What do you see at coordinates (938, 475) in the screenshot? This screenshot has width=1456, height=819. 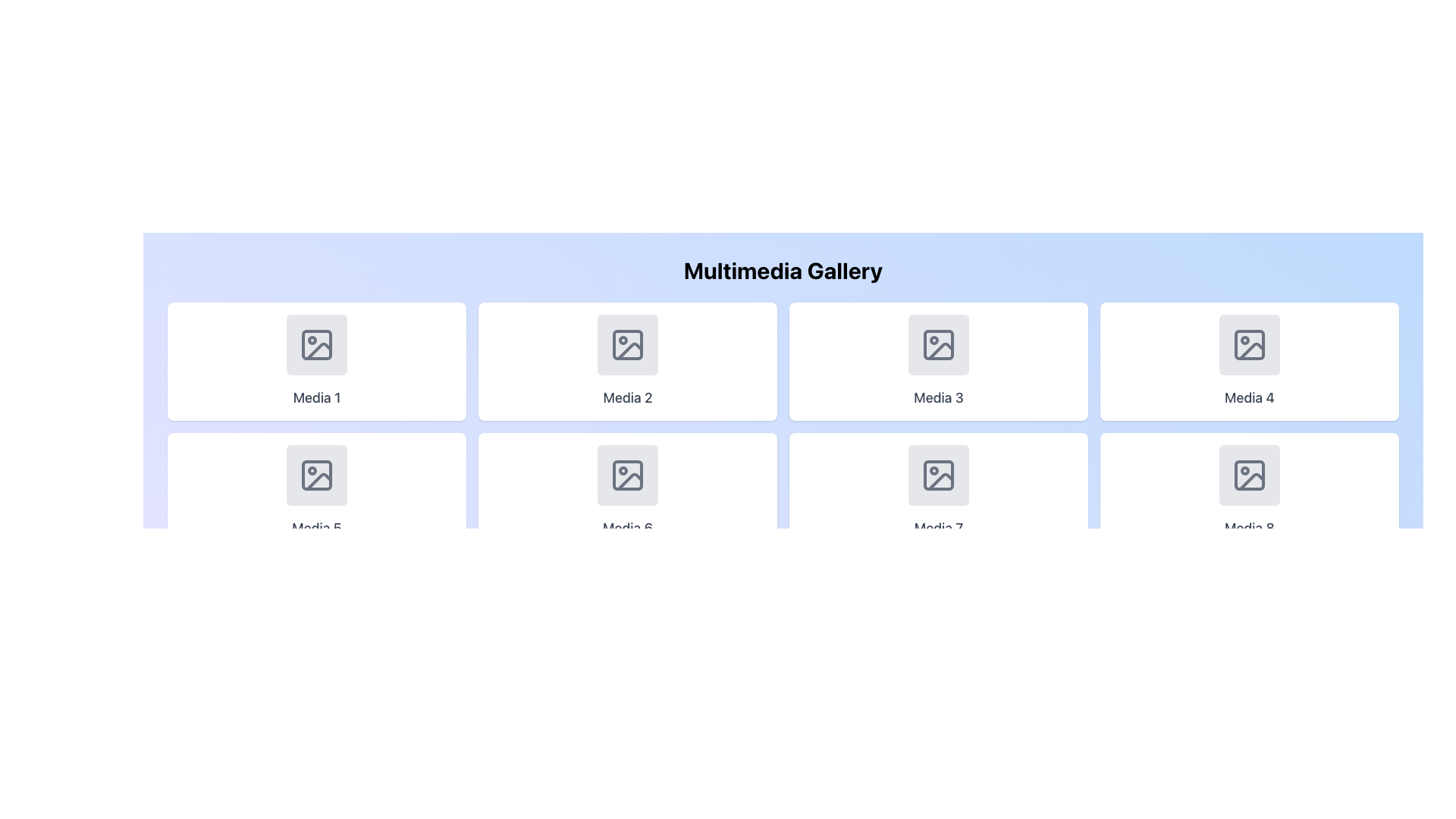 I see `the gray square with rounded corners located in the second row, first column of the gallery's seventh media block` at bounding box center [938, 475].